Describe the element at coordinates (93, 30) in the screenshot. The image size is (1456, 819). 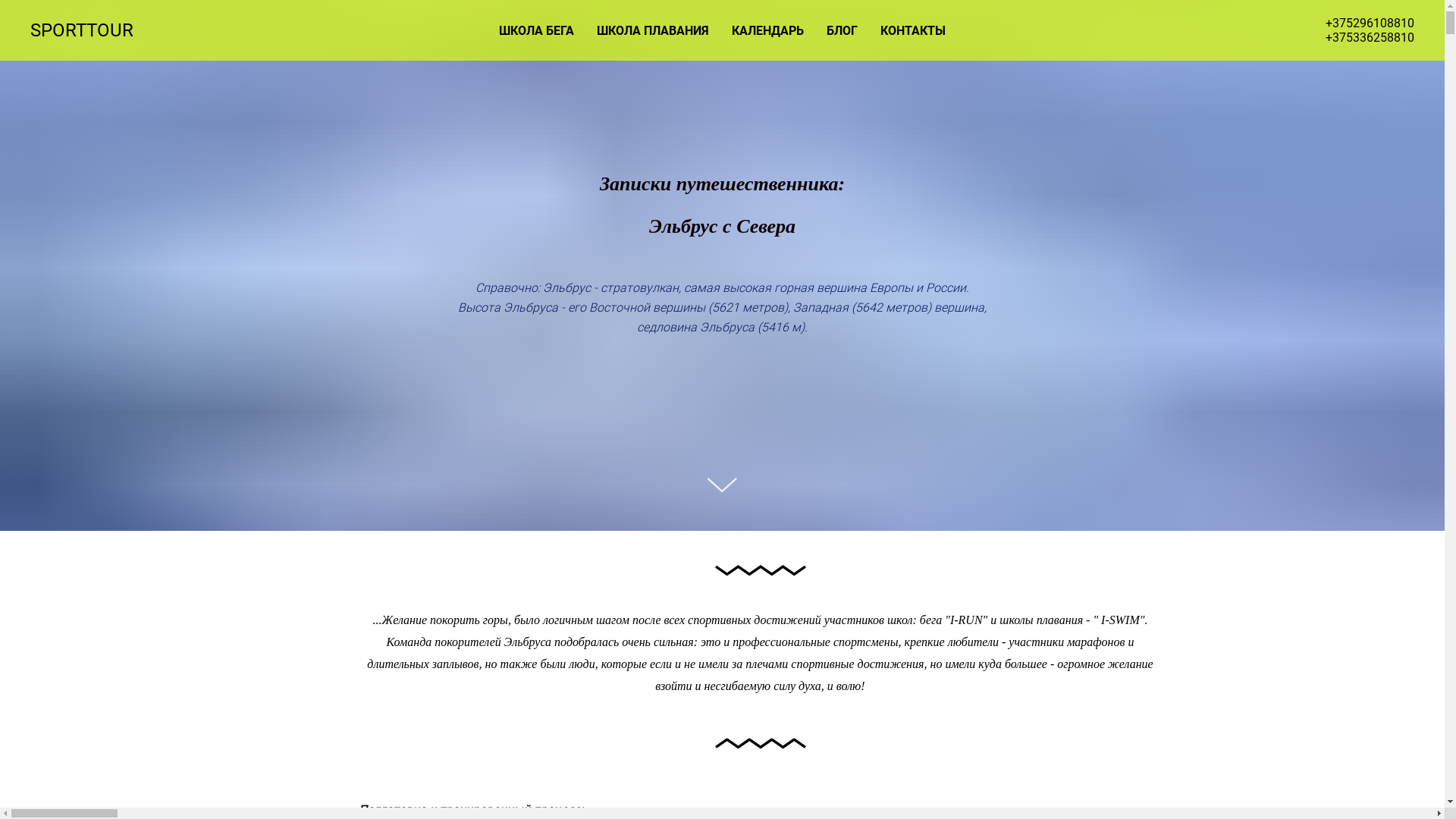
I see `'SPORTTOUR'` at that location.